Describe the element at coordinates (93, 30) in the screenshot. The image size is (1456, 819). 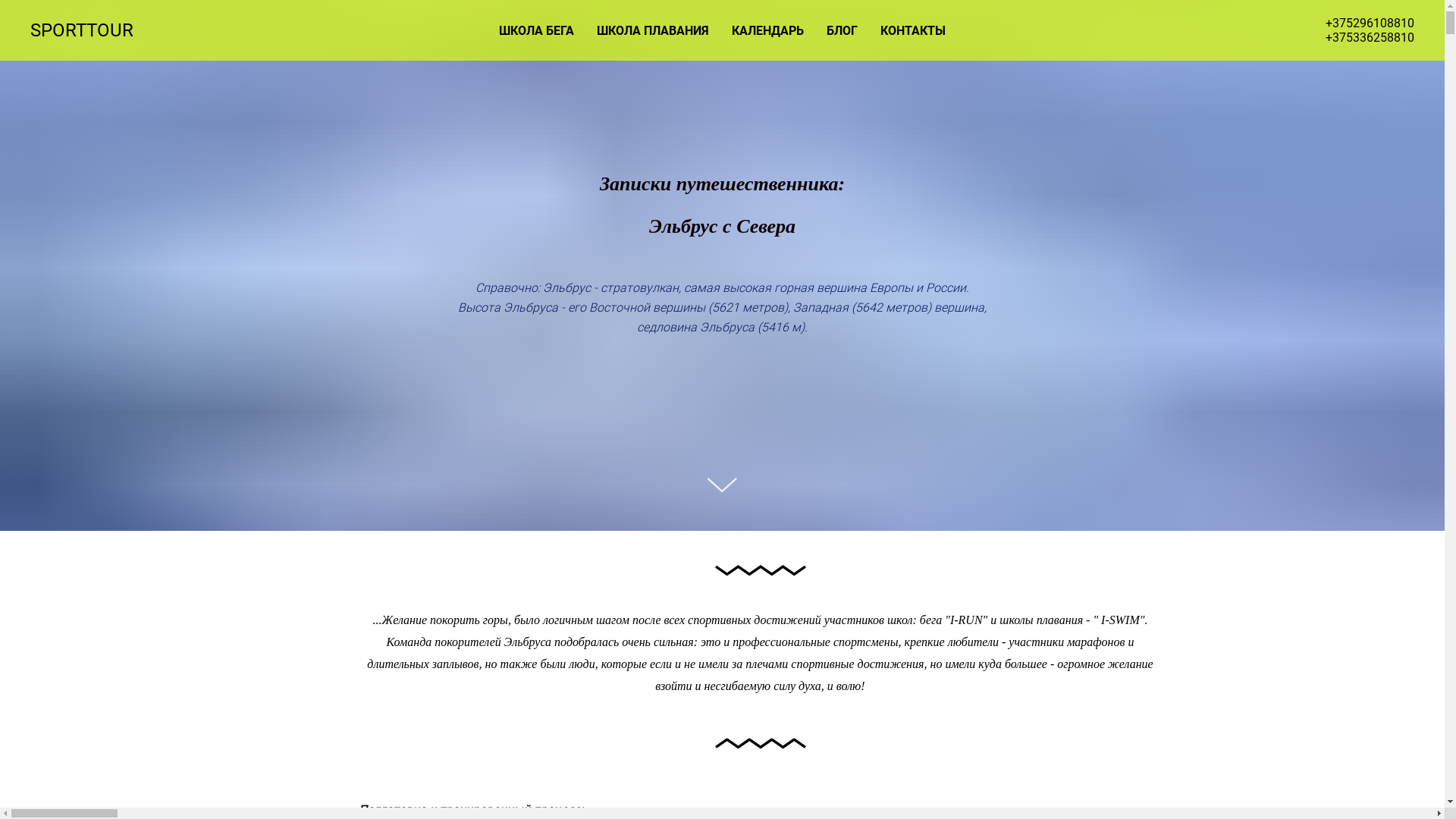
I see `'SPORTTOUR'` at that location.